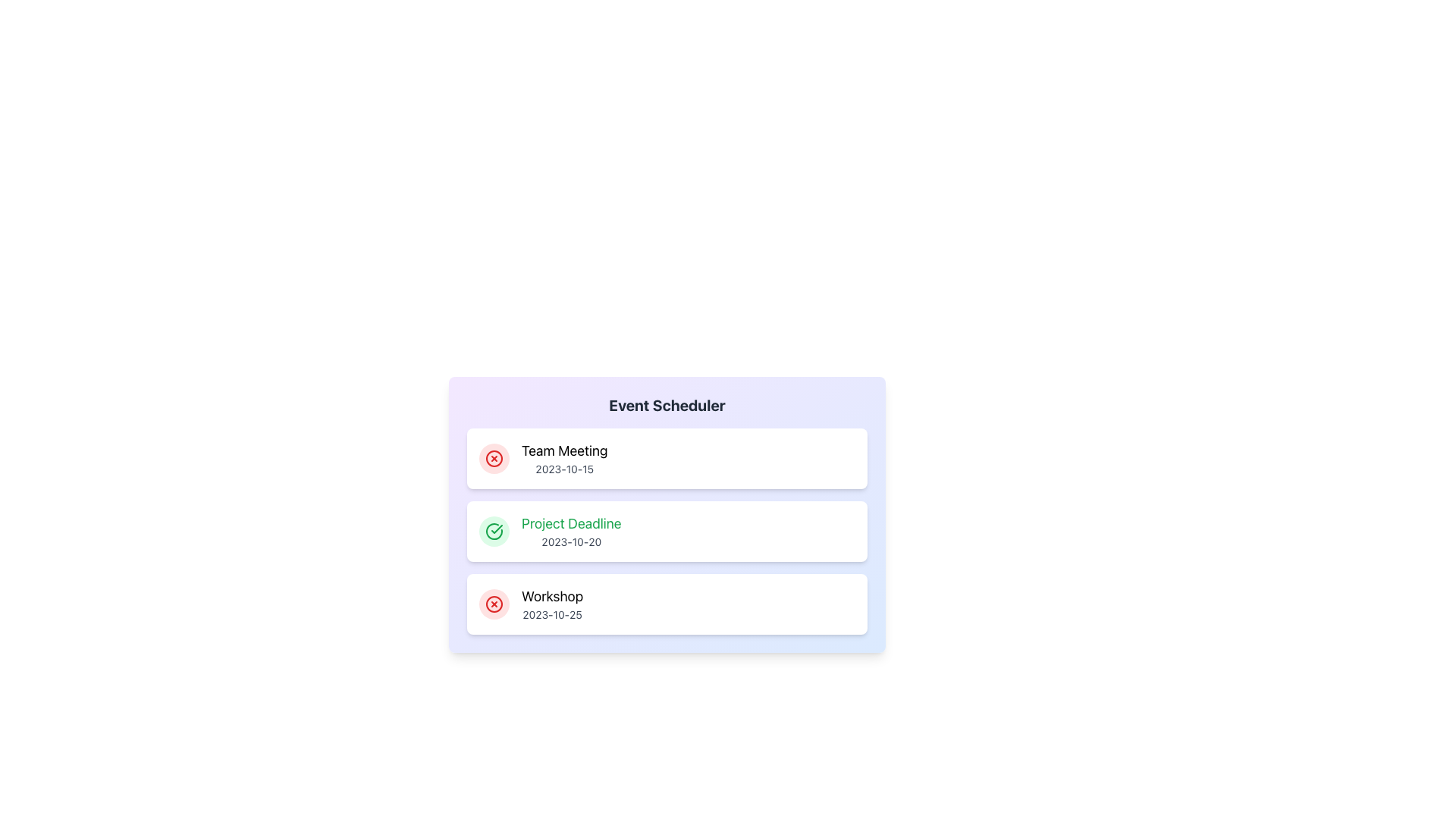  I want to click on the text block displaying the event titled 'Project Deadline' scheduled for '2023-10-20', which is located in the 'Event Scheduler' section, below the 'Team Meeting' entry and above the 'Workshop' entry, so click(570, 531).